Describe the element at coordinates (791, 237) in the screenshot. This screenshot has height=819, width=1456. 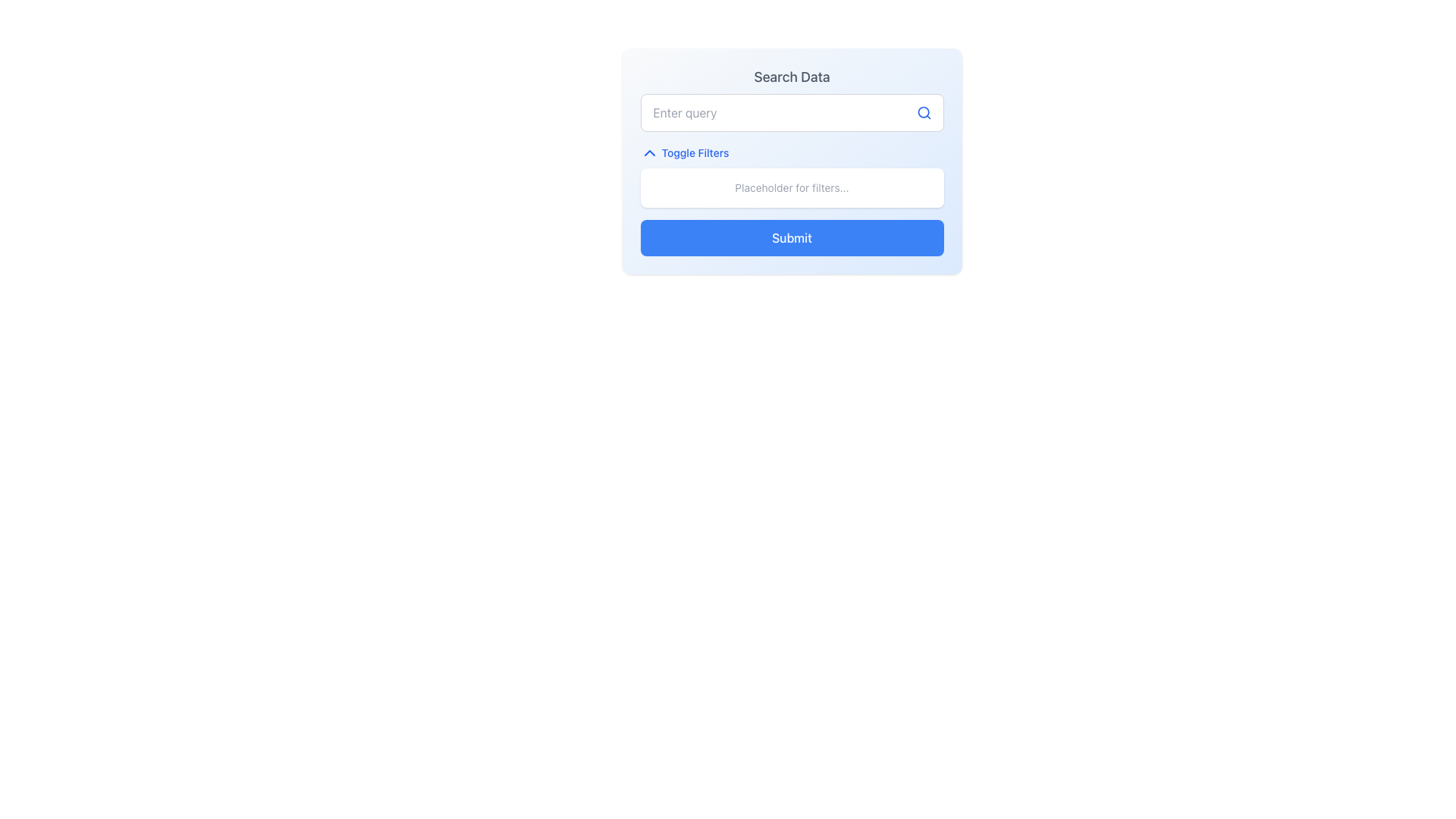
I see `the 'Submit' button, which is a bright blue rectangular button with white text, located at the bottom of the form` at that location.